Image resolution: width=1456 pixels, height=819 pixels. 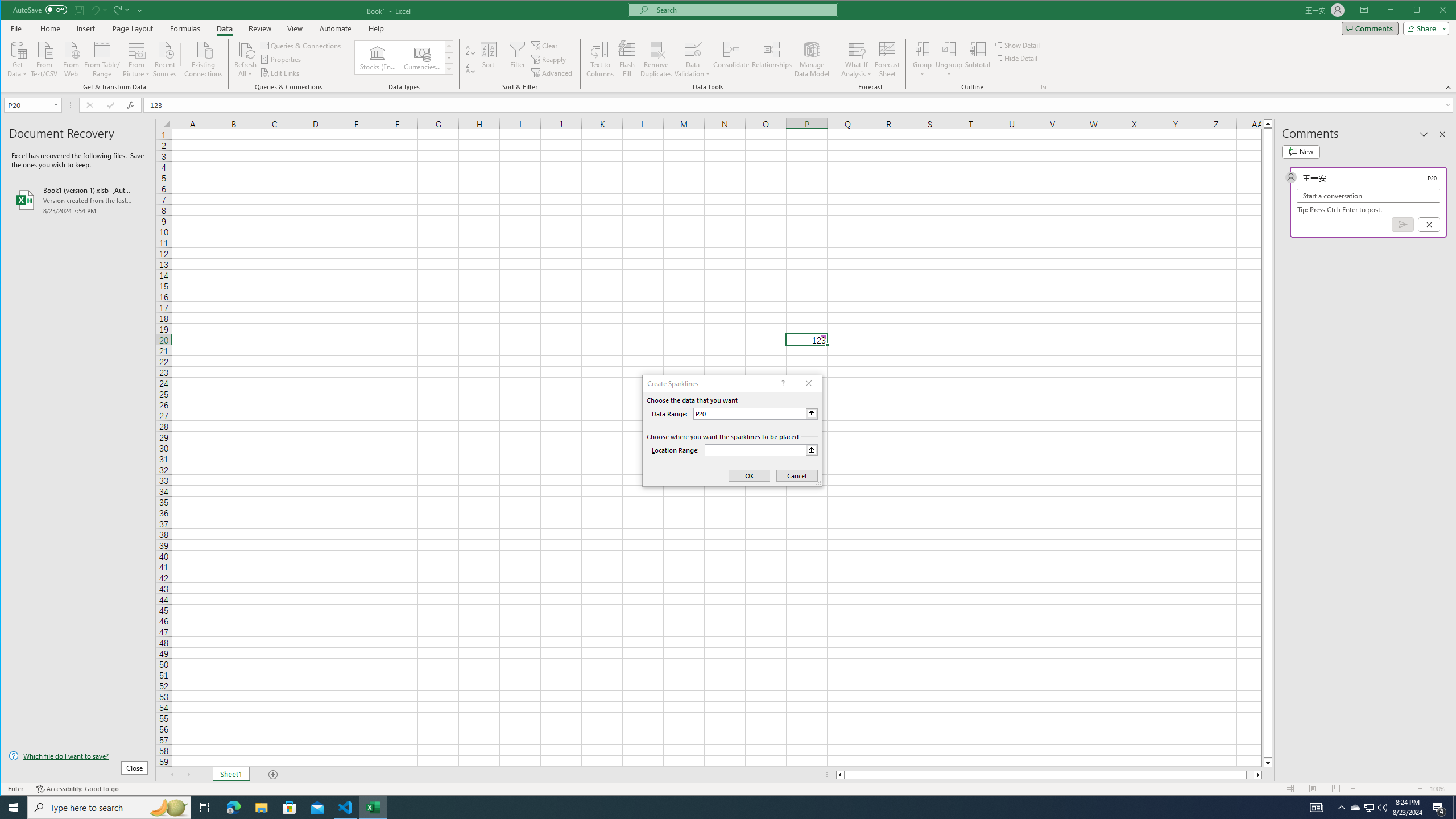 What do you see at coordinates (301, 45) in the screenshot?
I see `'Queries & Connections'` at bounding box center [301, 45].